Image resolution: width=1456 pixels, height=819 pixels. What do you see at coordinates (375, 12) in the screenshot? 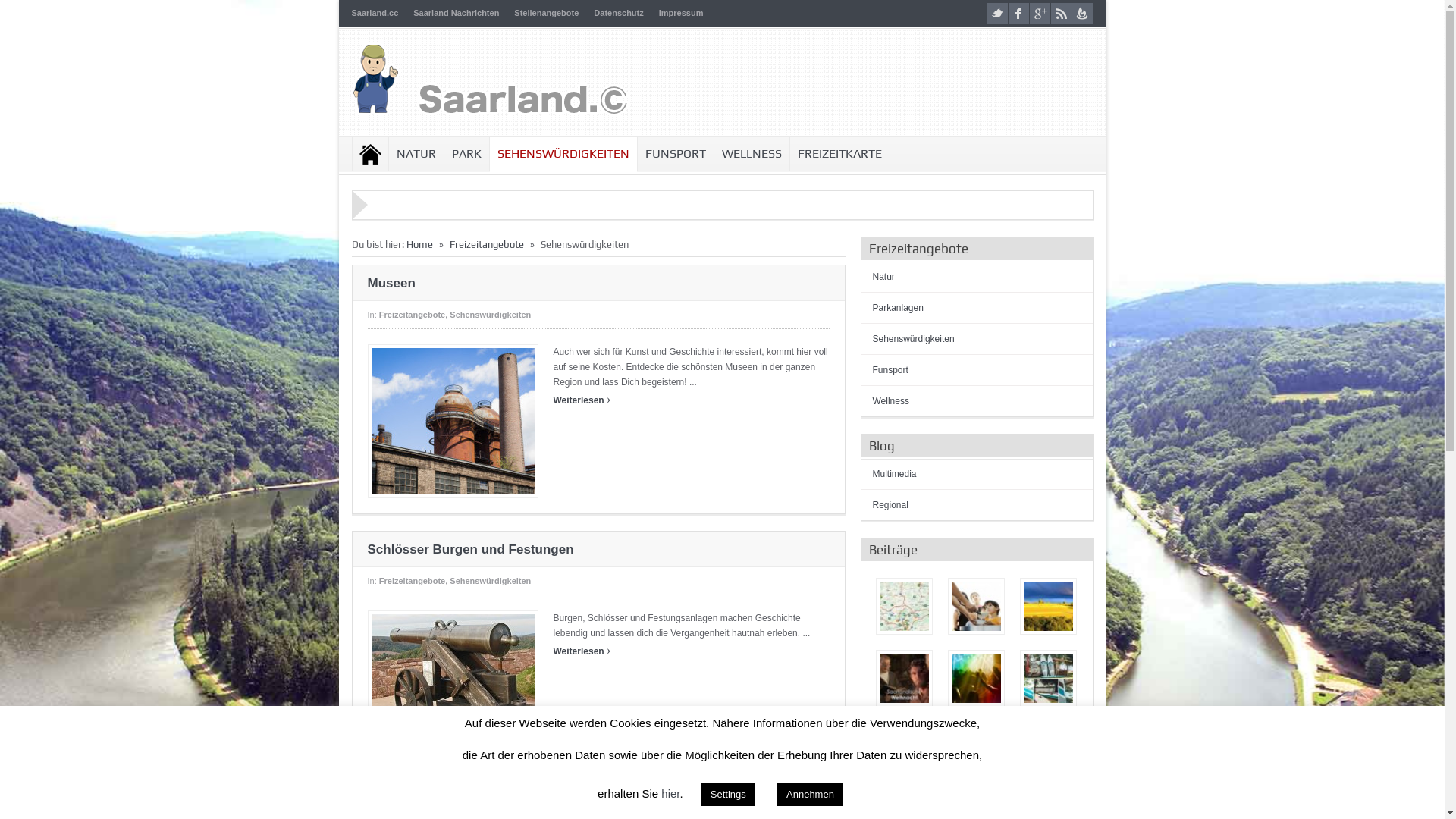
I see `'Saarland.cc'` at bounding box center [375, 12].